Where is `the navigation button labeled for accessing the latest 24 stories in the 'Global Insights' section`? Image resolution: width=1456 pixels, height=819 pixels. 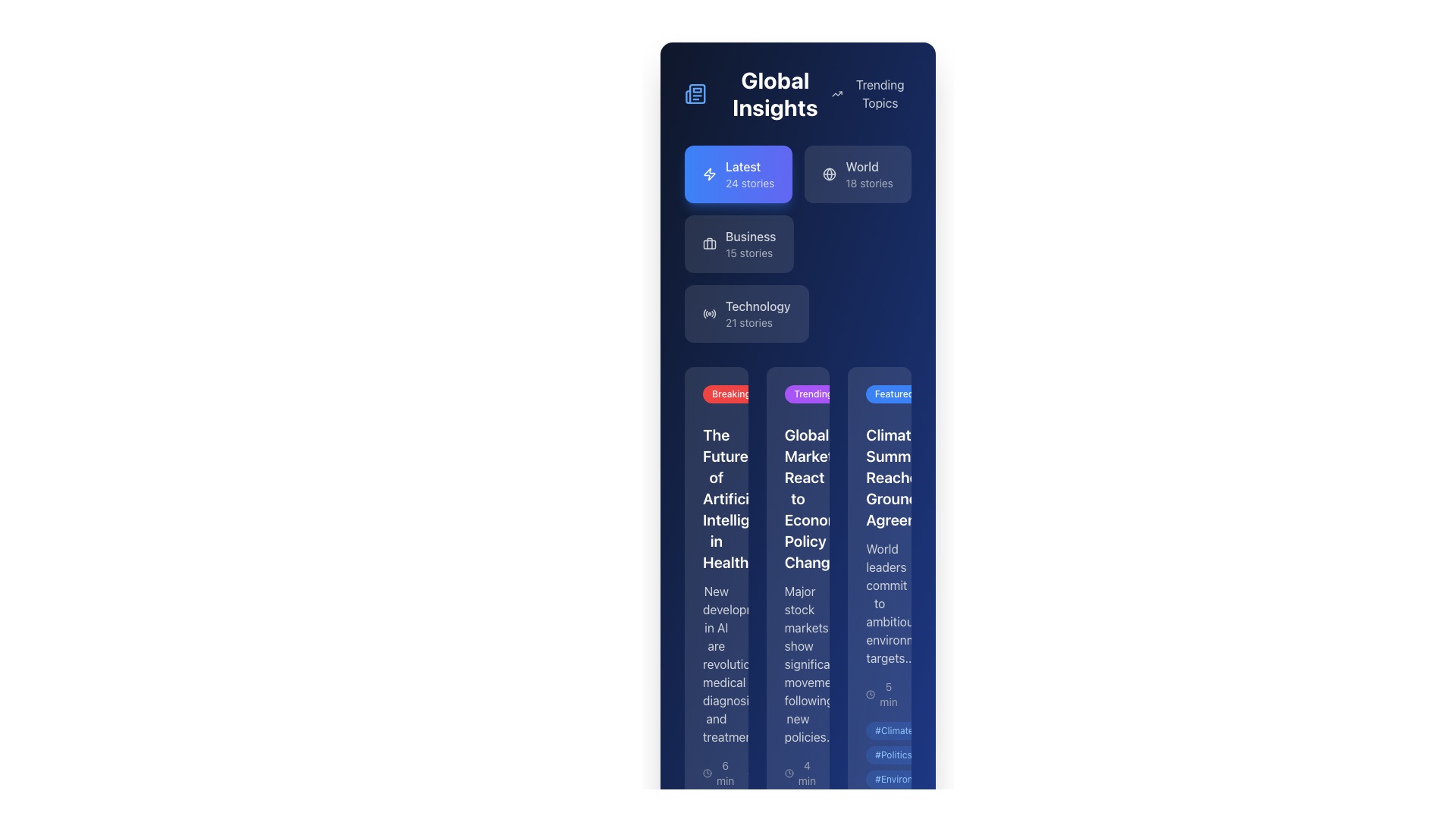
the navigation button labeled for accessing the latest 24 stories in the 'Global Insights' section is located at coordinates (750, 174).